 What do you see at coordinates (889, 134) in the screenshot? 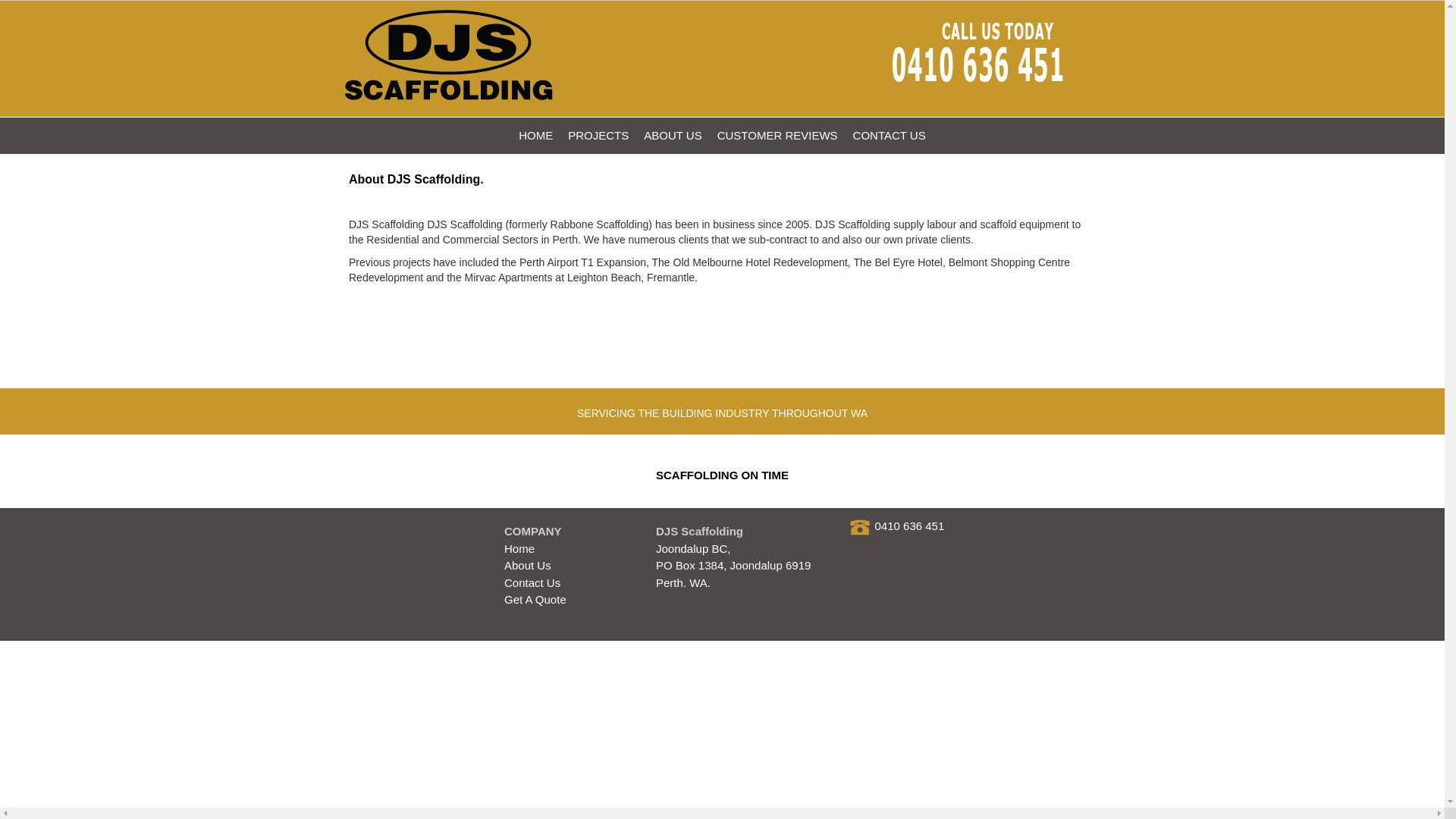
I see `'CONTACT US'` at bounding box center [889, 134].